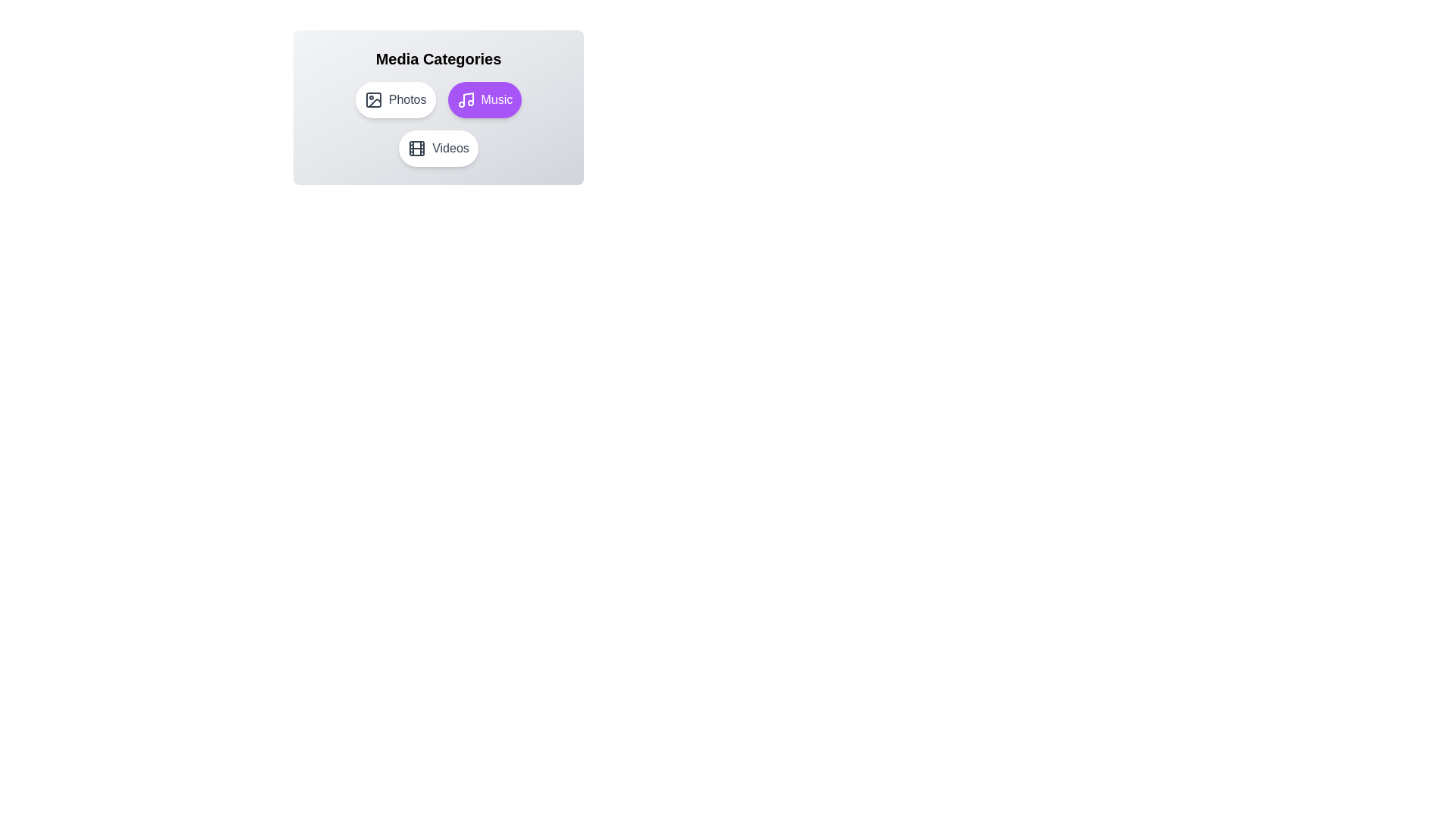 This screenshot has width=1456, height=819. I want to click on the Videos button to observe the hover effect, so click(438, 149).